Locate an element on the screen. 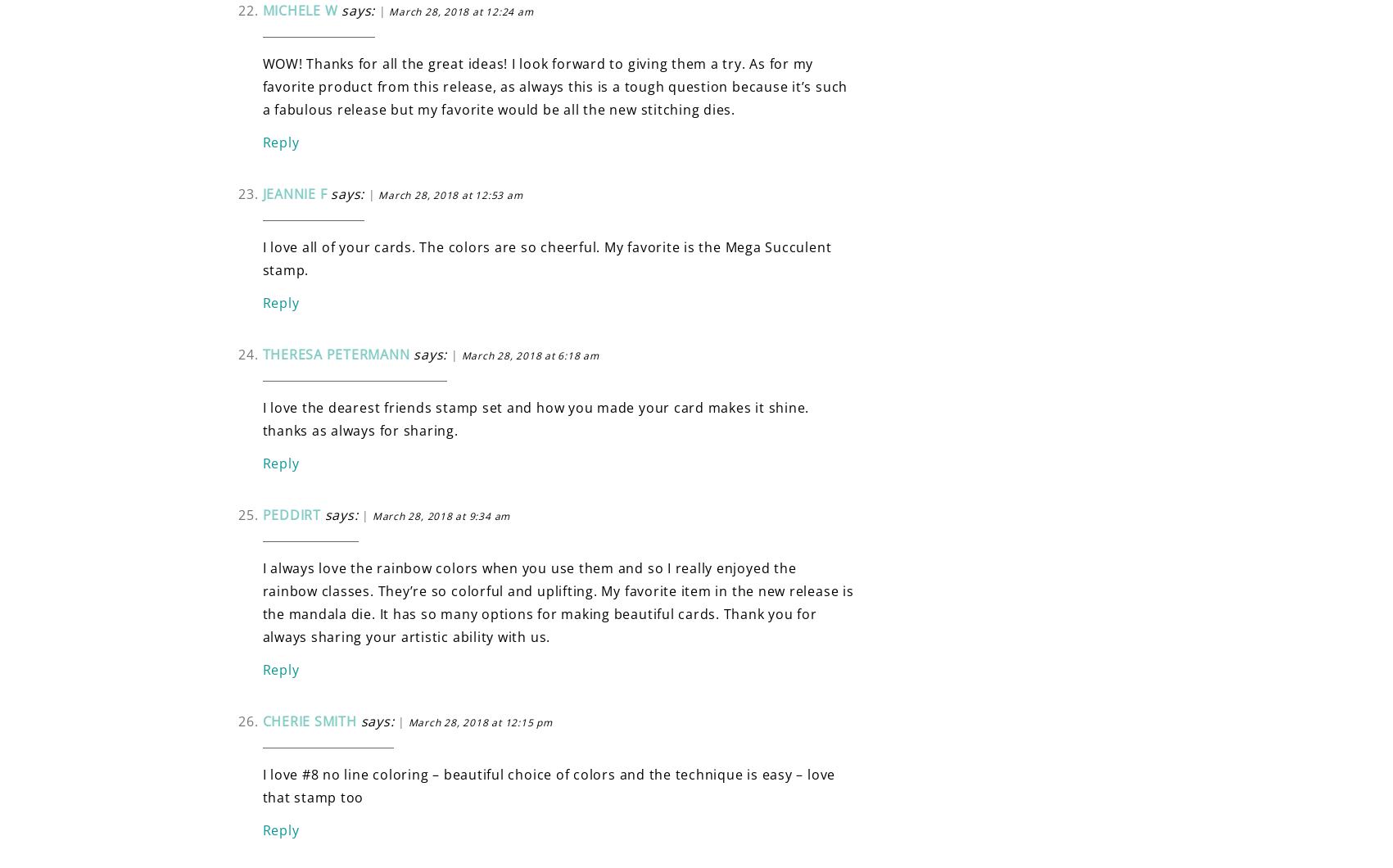 Image resolution: width=1393 pixels, height=868 pixels. 'WOW!  Thanks for all the great ideas!  I look forward to giving them a try.  As for my favorite product from this release, as always this is a tough question because it’s such a fabulous release but my favorite would be all the new stitching dies.' is located at coordinates (554, 86).